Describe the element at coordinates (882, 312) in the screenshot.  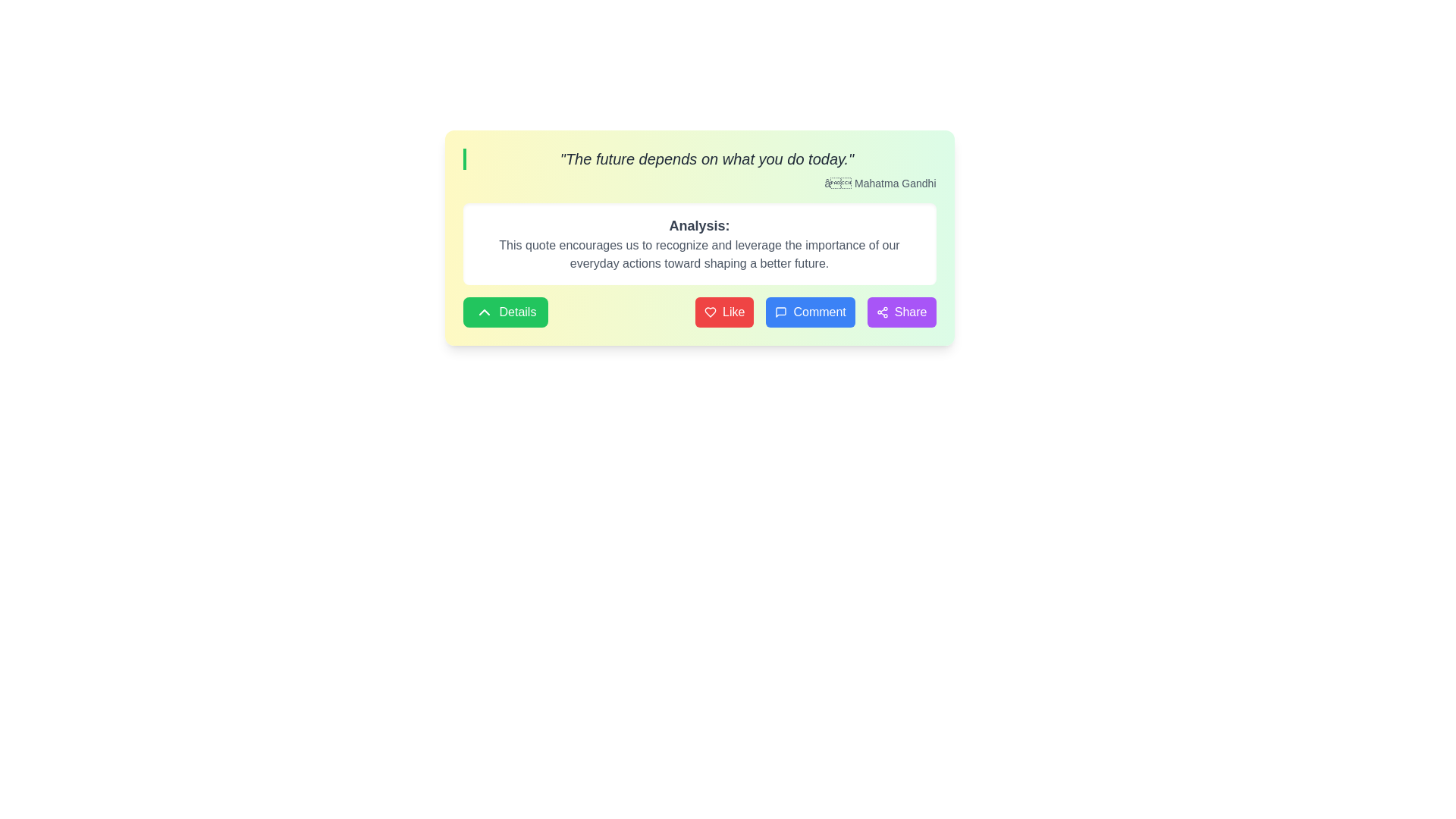
I see `the visual properties of the sharing icon located to the left of the 'Share' text in the 'Share' button area at the bottom-right of the card component` at that location.